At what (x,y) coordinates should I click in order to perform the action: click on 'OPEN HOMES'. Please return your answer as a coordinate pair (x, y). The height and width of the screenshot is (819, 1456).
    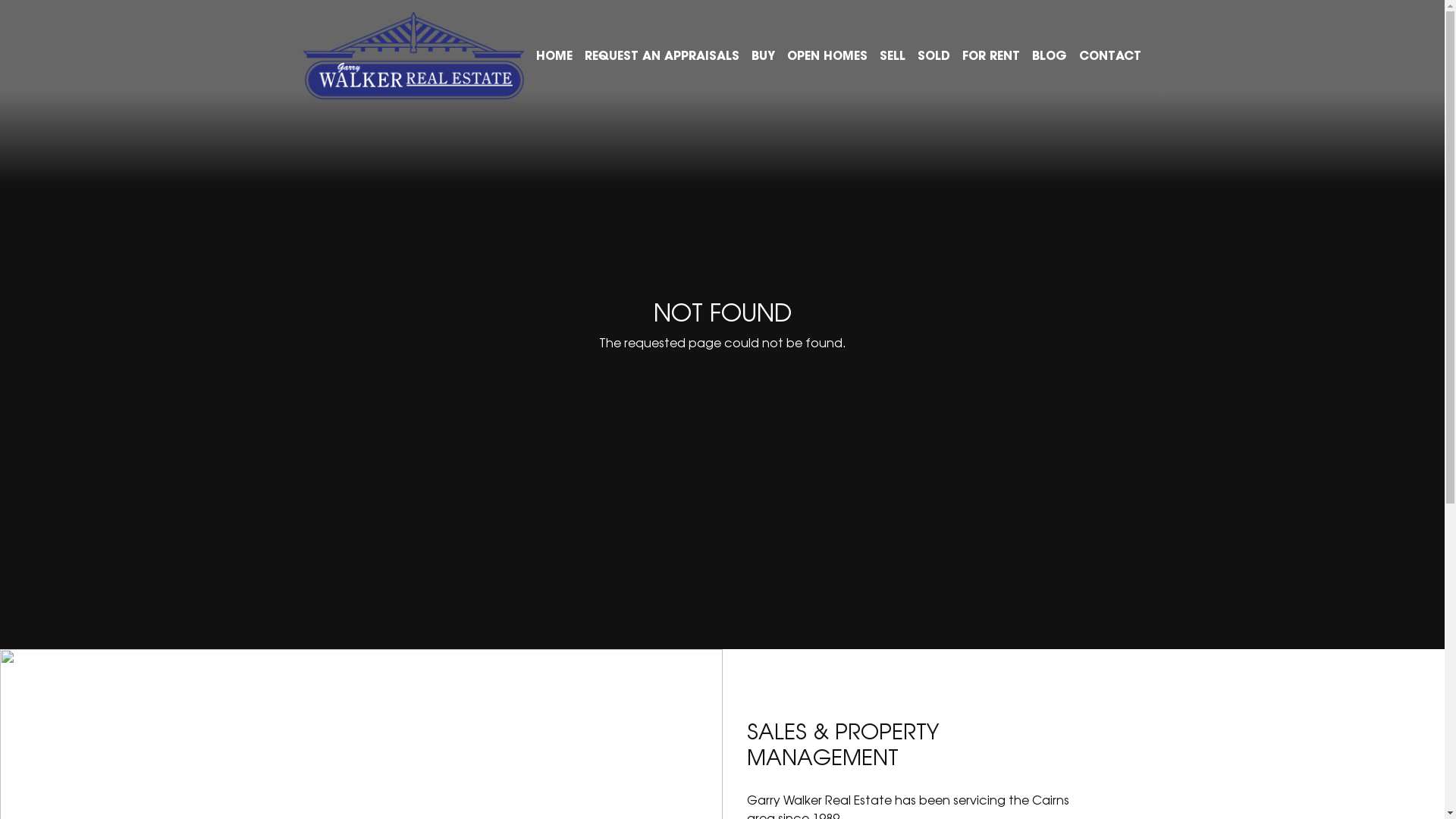
    Looking at the image, I should click on (826, 55).